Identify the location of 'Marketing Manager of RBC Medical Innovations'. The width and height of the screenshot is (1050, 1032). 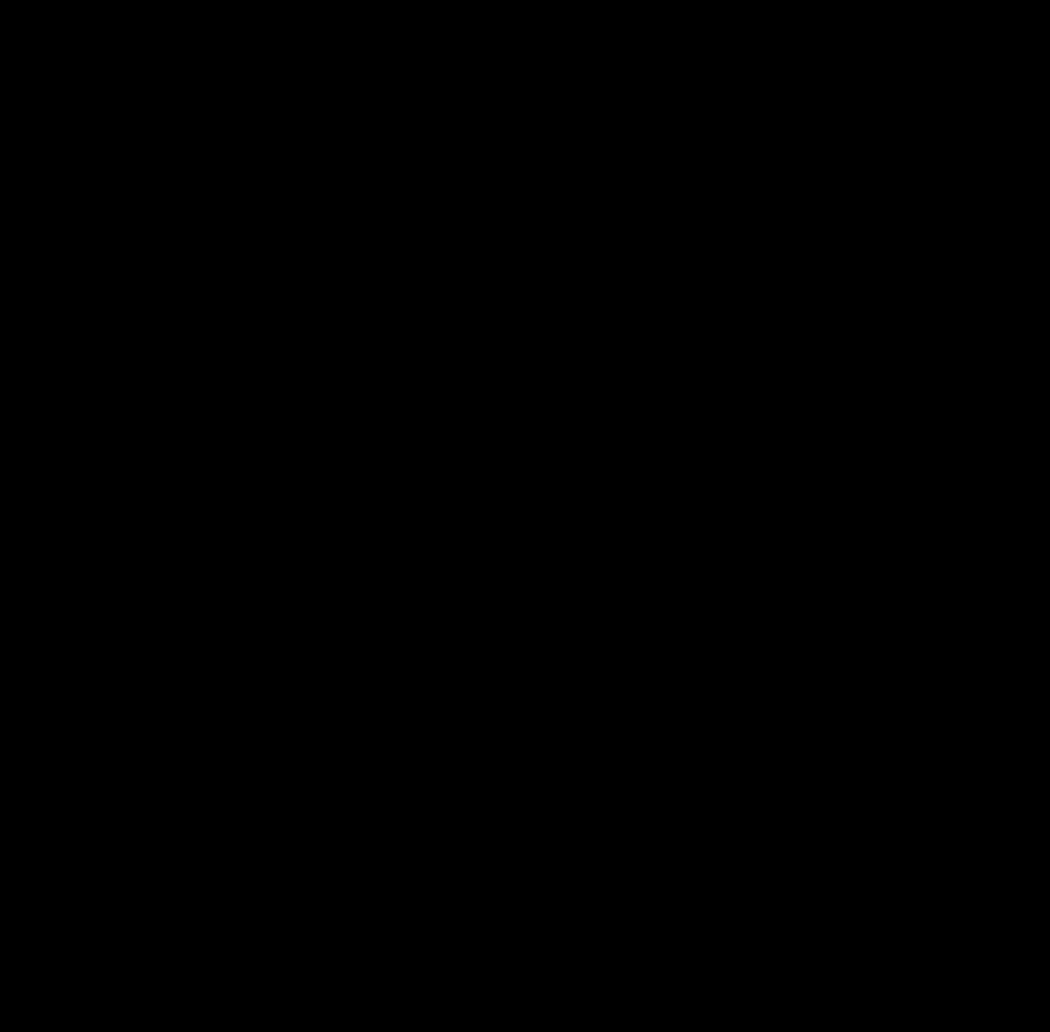
(429, 589).